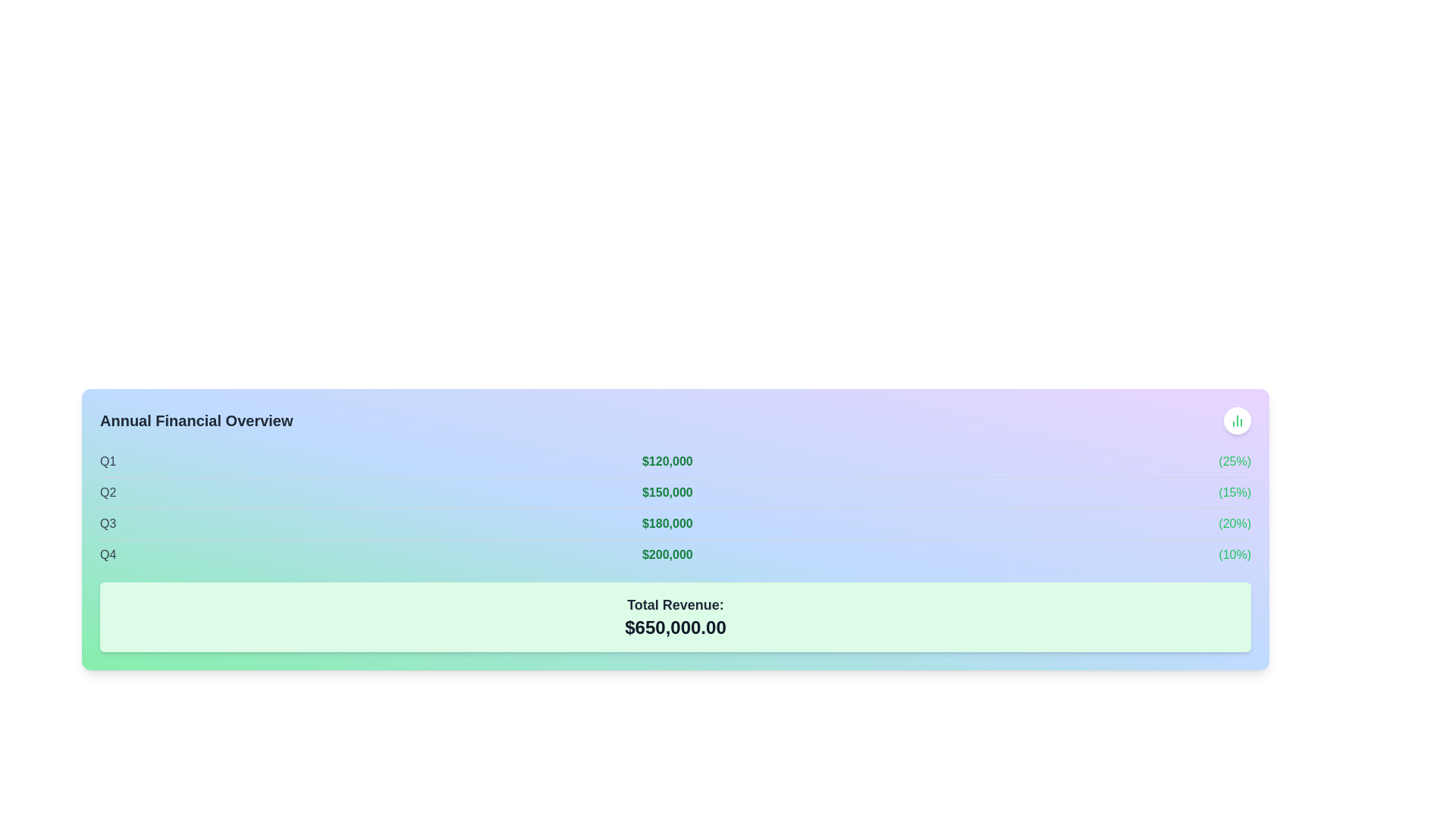 The width and height of the screenshot is (1456, 819). What do you see at coordinates (1235, 522) in the screenshot?
I see `the text label displaying '(20%)' in green color, which is aligned with 'Q3' and '$180,000'` at bounding box center [1235, 522].